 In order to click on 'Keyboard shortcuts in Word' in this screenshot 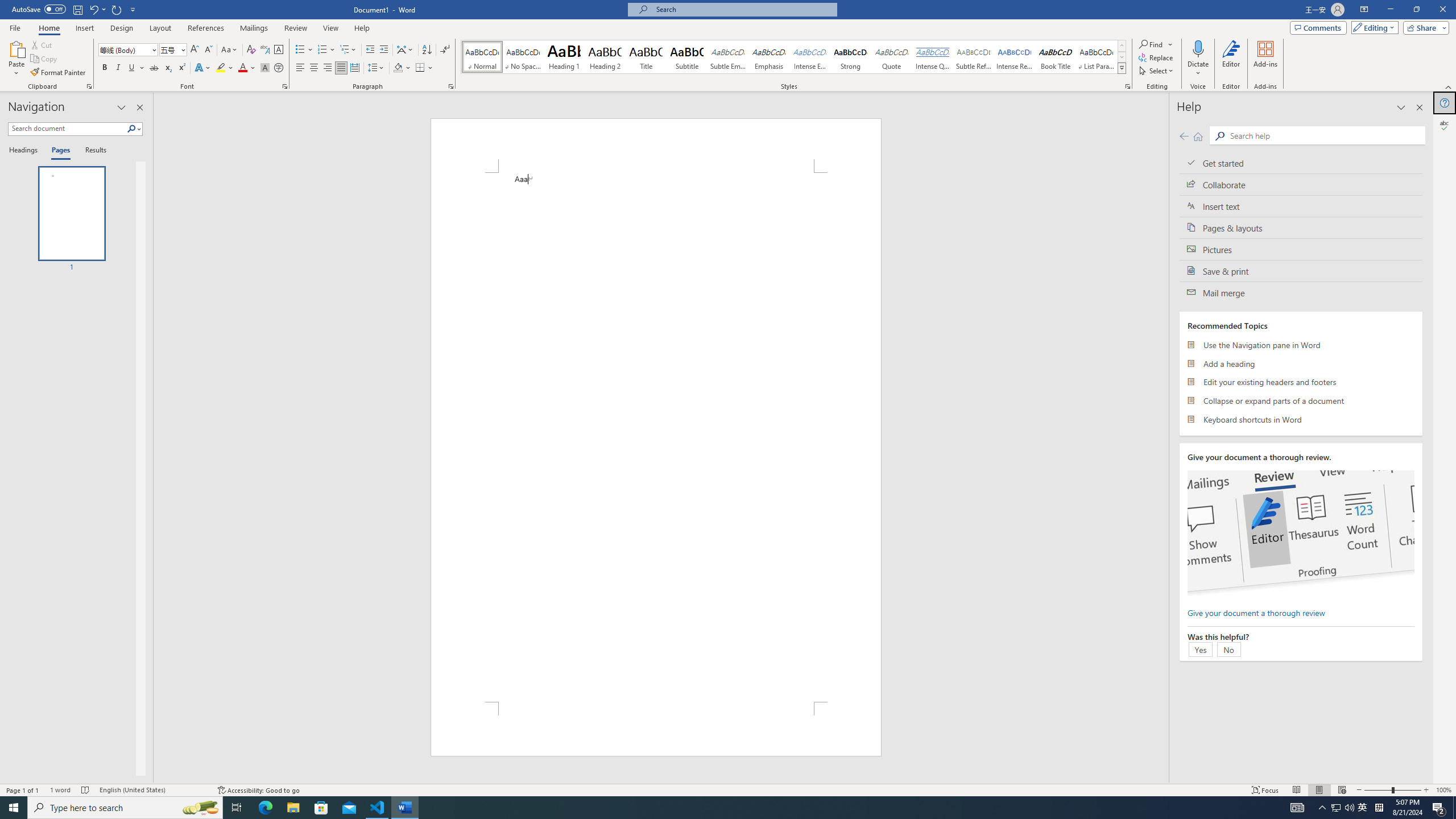, I will do `click(1300, 419)`.